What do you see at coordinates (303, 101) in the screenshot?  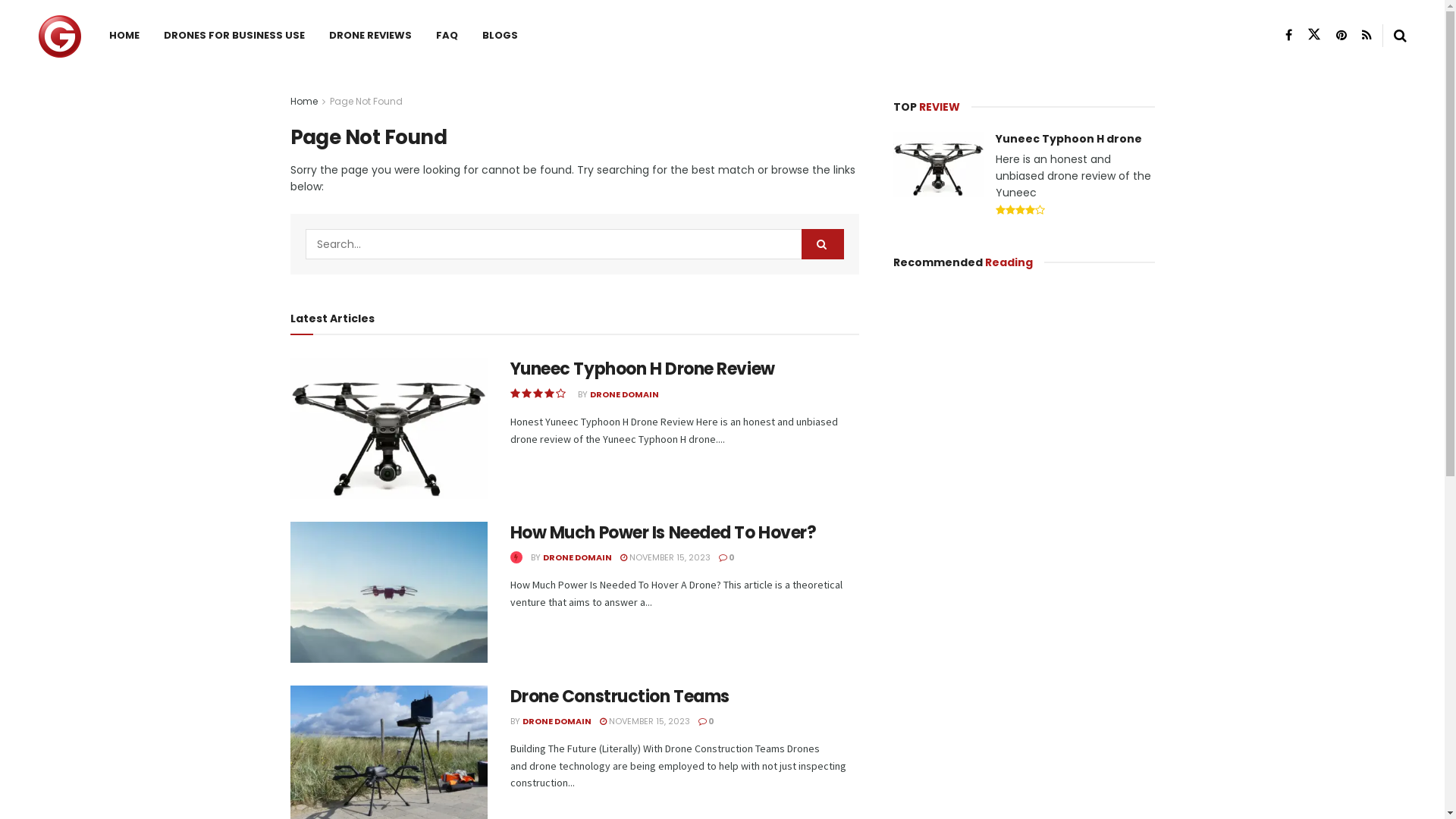 I see `'Home'` at bounding box center [303, 101].